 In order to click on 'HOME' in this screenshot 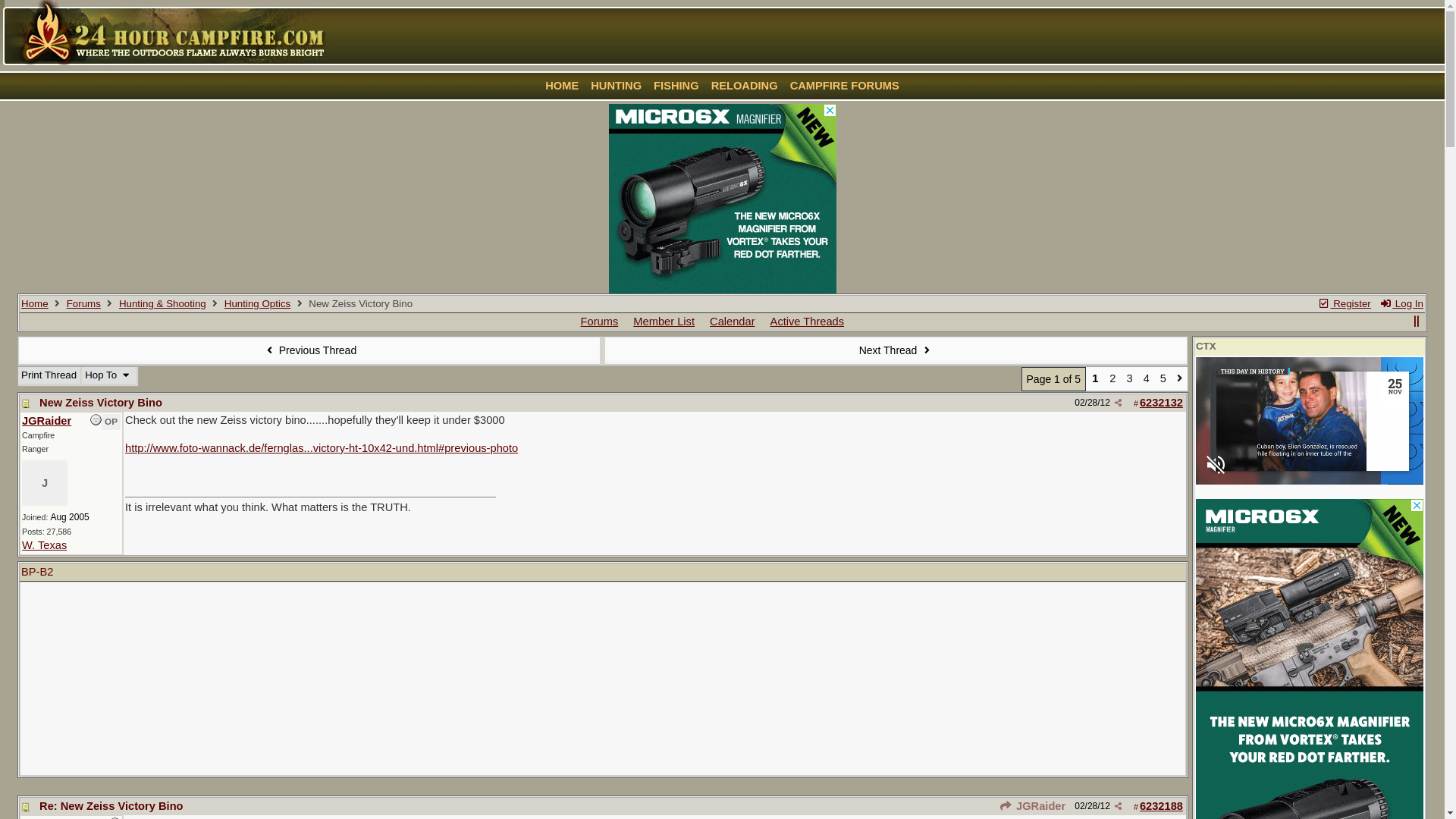, I will do `click(541, 85)`.